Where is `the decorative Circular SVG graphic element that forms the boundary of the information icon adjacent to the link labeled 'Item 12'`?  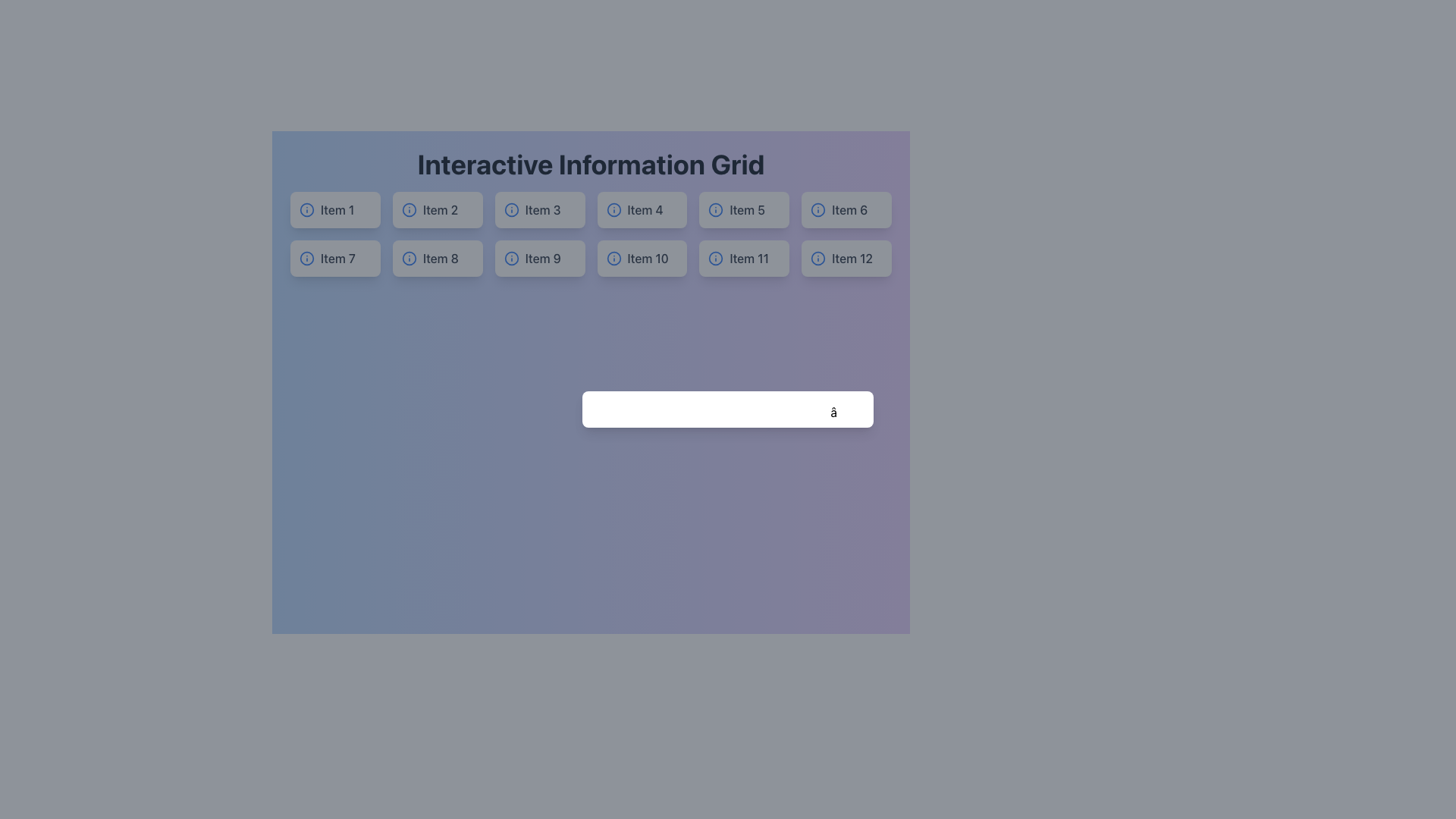
the decorative Circular SVG graphic element that forms the boundary of the information icon adjacent to the link labeled 'Item 12' is located at coordinates (817, 257).